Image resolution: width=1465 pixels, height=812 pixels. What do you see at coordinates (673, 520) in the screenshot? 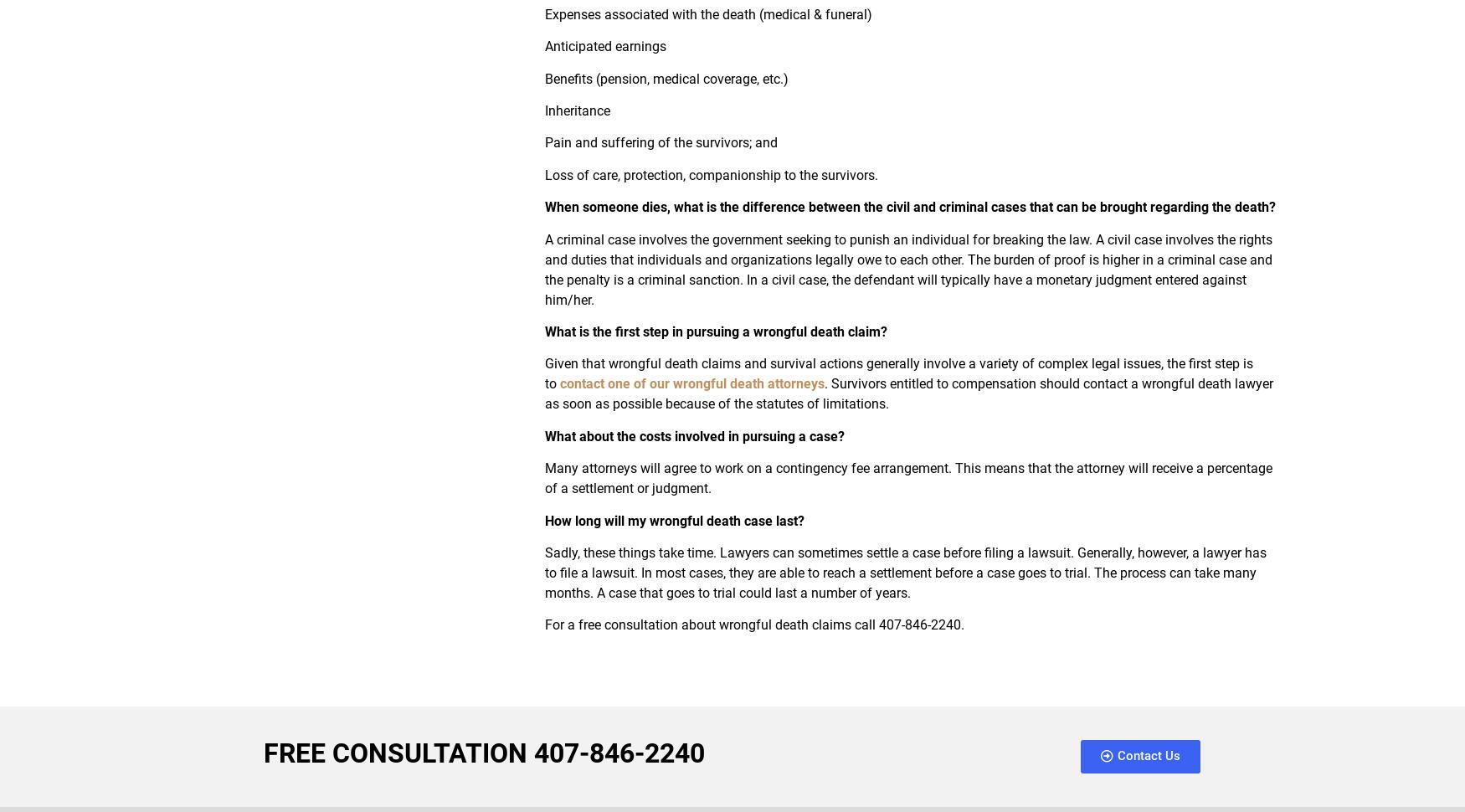
I see `'How long will my wrongful death case last?'` at bounding box center [673, 520].